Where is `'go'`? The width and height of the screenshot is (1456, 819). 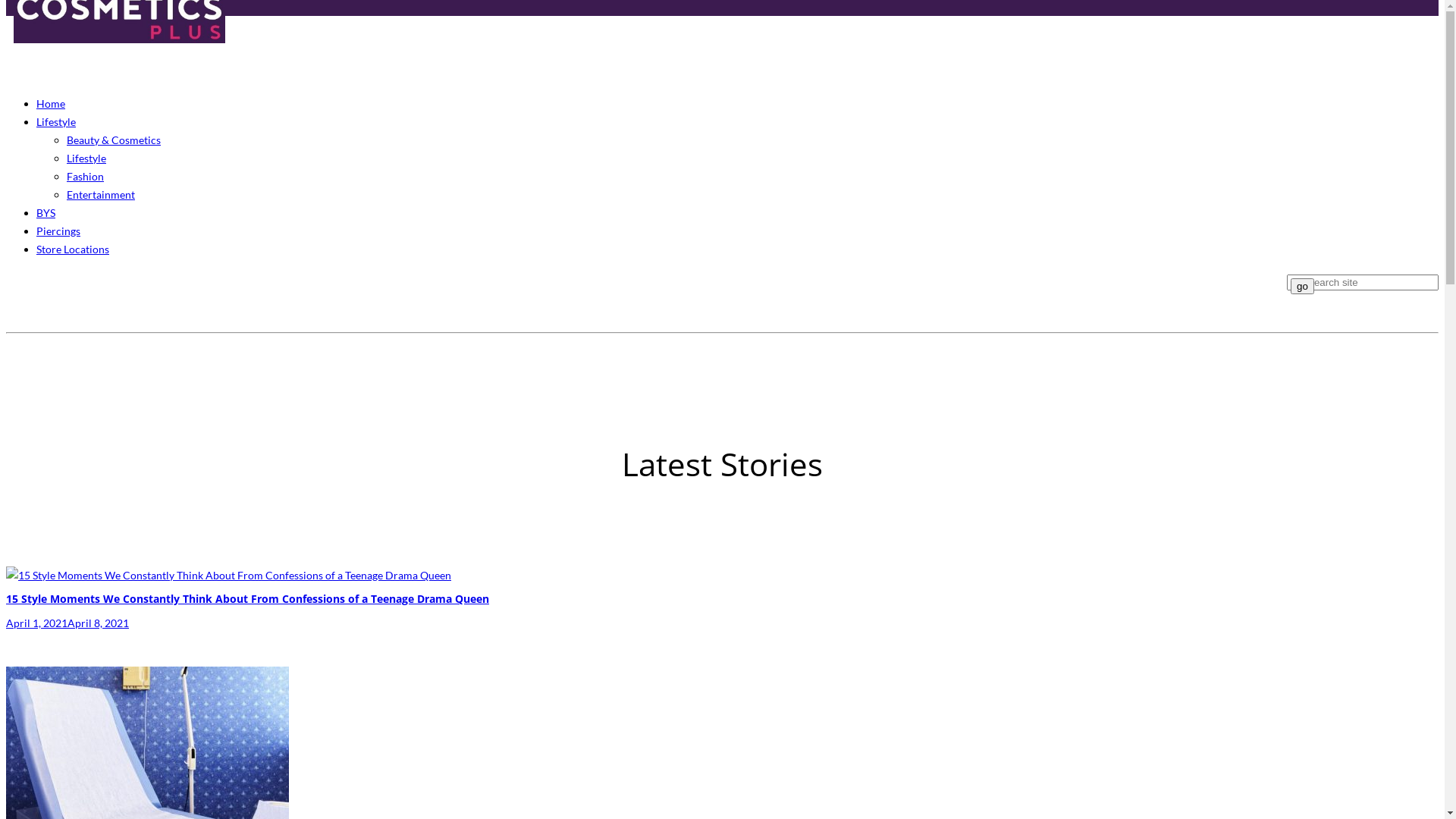 'go' is located at coordinates (1301, 286).